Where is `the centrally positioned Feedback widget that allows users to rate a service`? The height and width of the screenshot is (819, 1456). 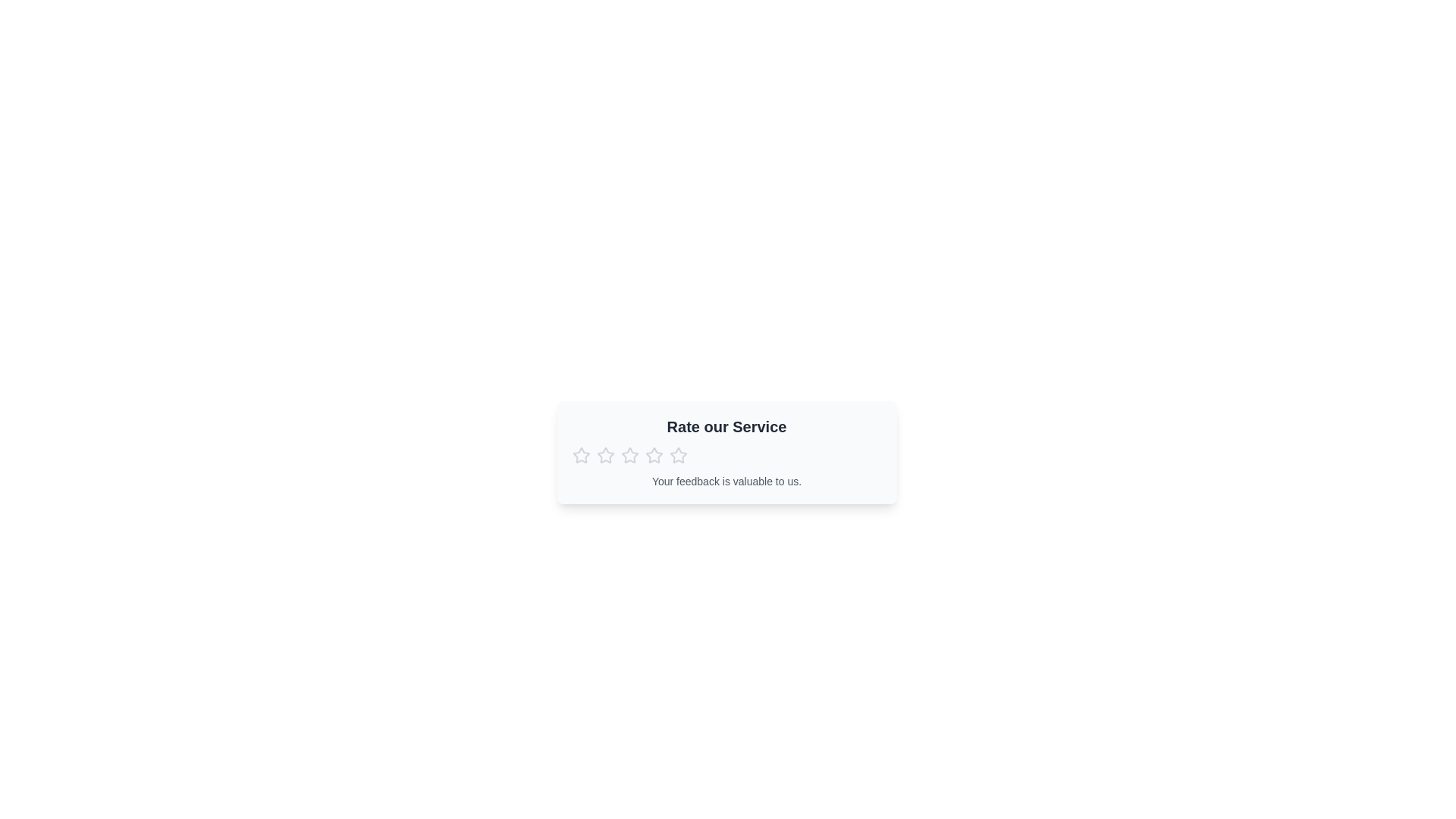
the centrally positioned Feedback widget that allows users to rate a service is located at coordinates (726, 452).